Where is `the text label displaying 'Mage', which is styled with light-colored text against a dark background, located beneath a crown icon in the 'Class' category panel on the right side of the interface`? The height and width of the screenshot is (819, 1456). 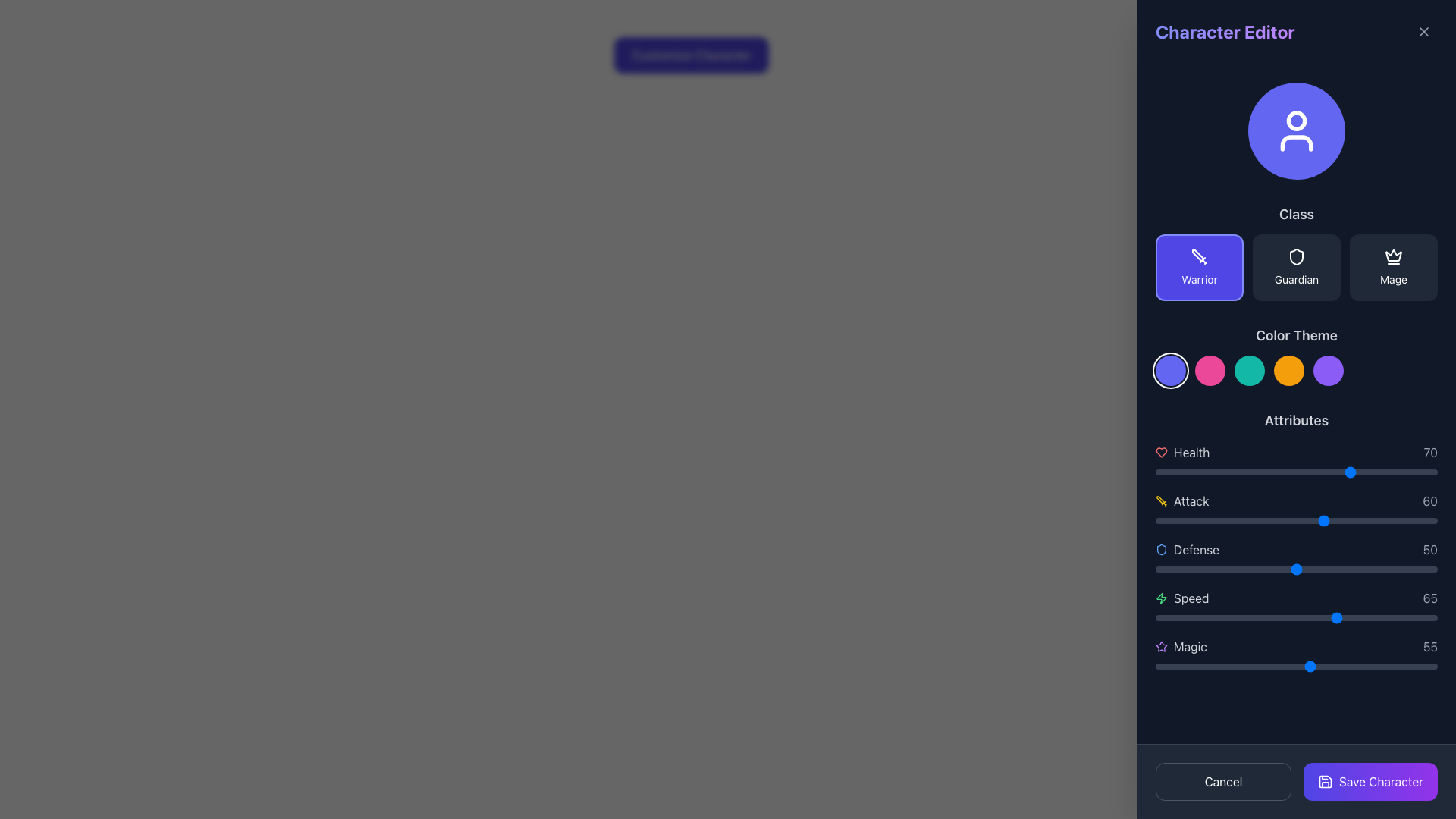
the text label displaying 'Mage', which is styled with light-colored text against a dark background, located beneath a crown icon in the 'Class' category panel on the right side of the interface is located at coordinates (1394, 280).